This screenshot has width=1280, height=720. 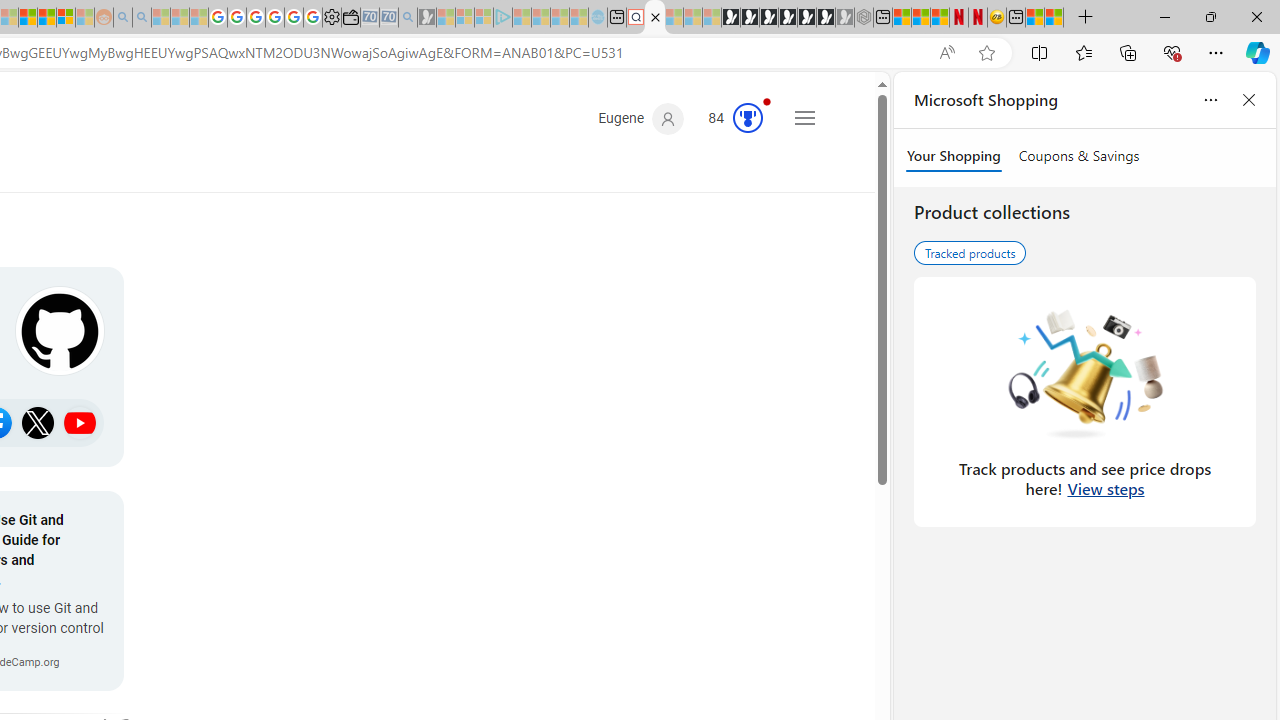 What do you see at coordinates (389, 17) in the screenshot?
I see `'Cheap Car Rentals - Save70.com - Sleeping'` at bounding box center [389, 17].